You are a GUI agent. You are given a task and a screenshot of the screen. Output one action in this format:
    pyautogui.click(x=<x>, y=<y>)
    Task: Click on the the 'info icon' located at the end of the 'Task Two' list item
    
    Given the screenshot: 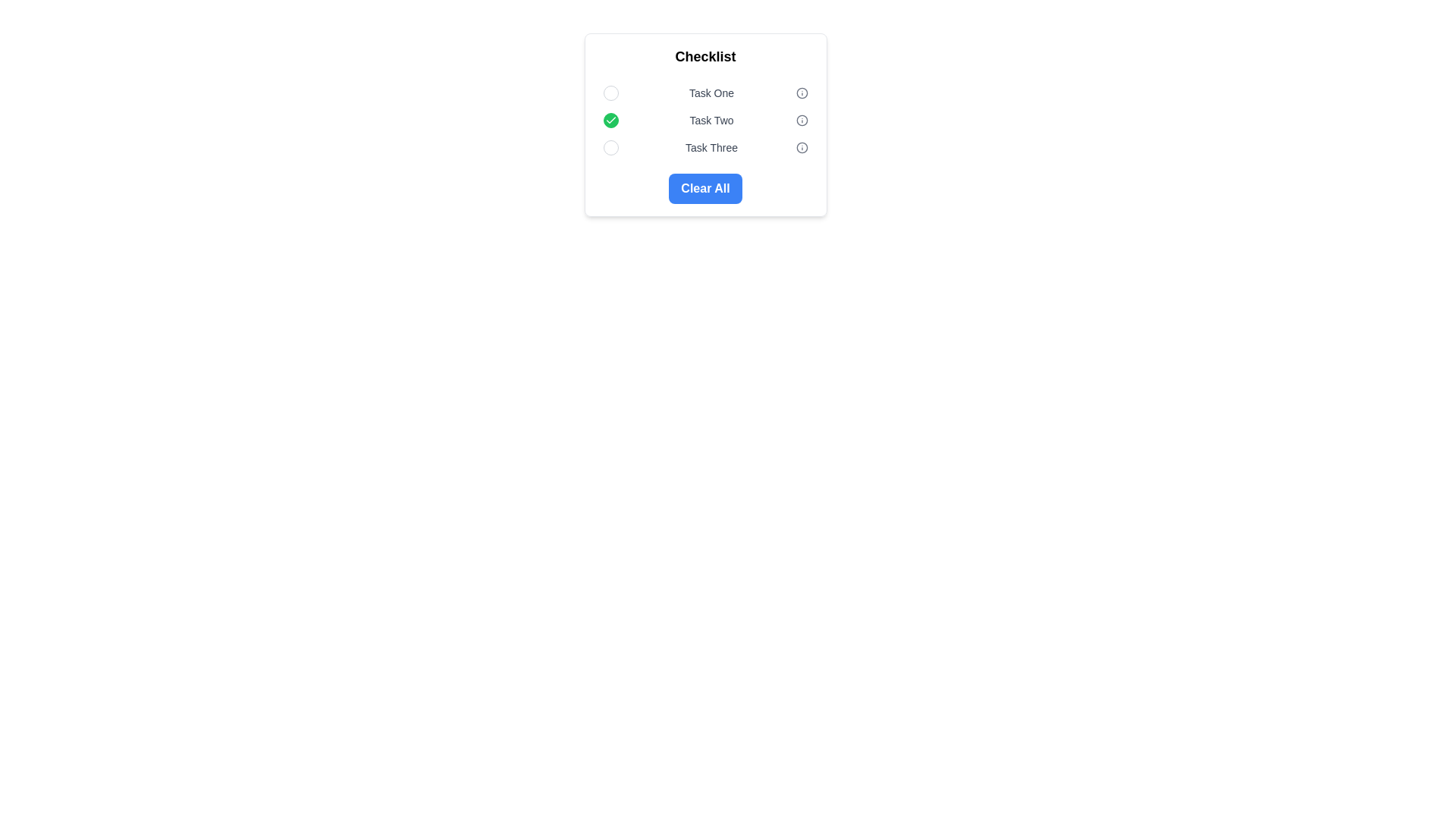 What is the action you would take?
    pyautogui.click(x=801, y=119)
    